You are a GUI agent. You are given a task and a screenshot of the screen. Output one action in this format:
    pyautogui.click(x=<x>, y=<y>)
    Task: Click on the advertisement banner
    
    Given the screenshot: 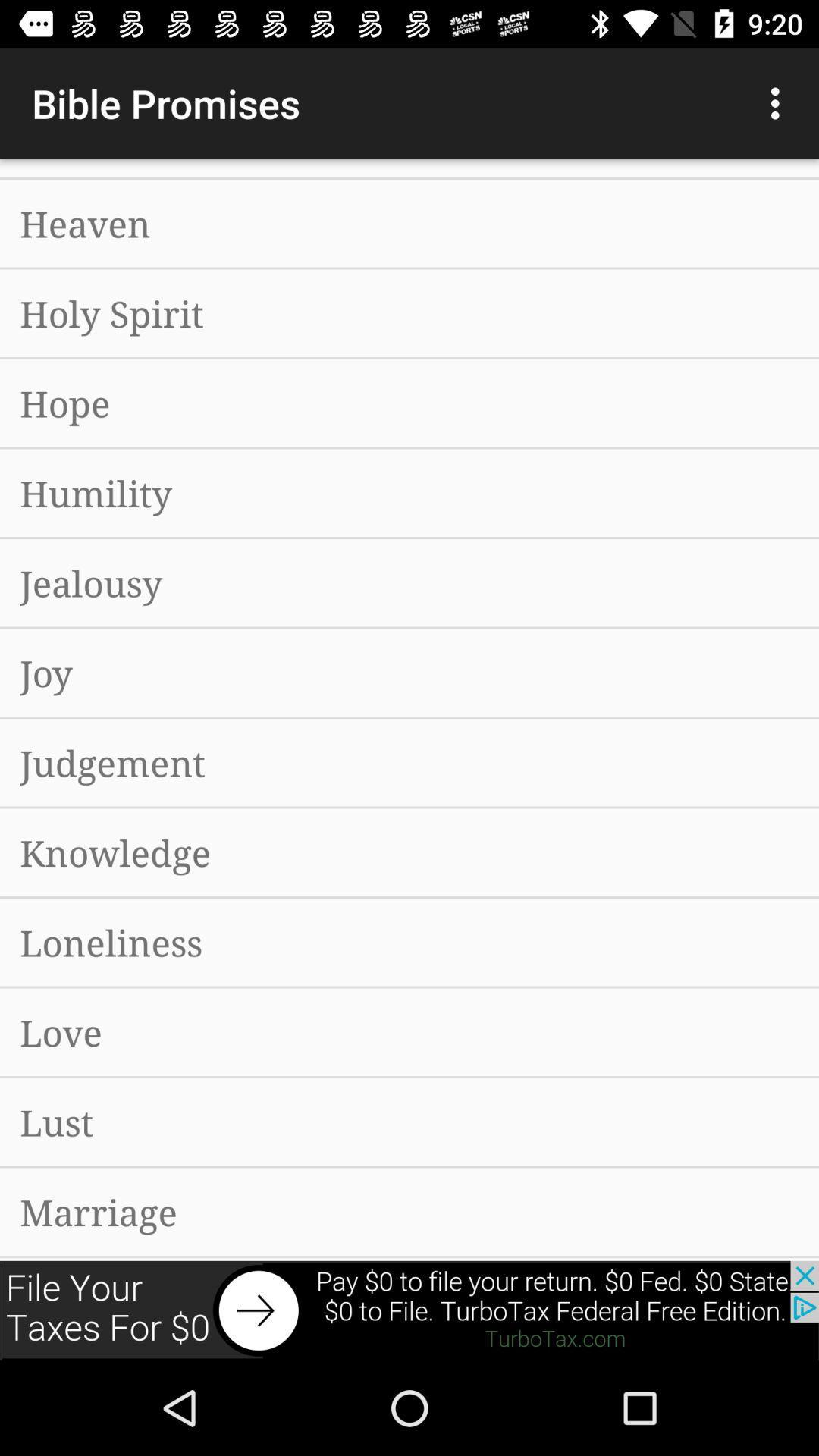 What is the action you would take?
    pyautogui.click(x=409, y=1310)
    